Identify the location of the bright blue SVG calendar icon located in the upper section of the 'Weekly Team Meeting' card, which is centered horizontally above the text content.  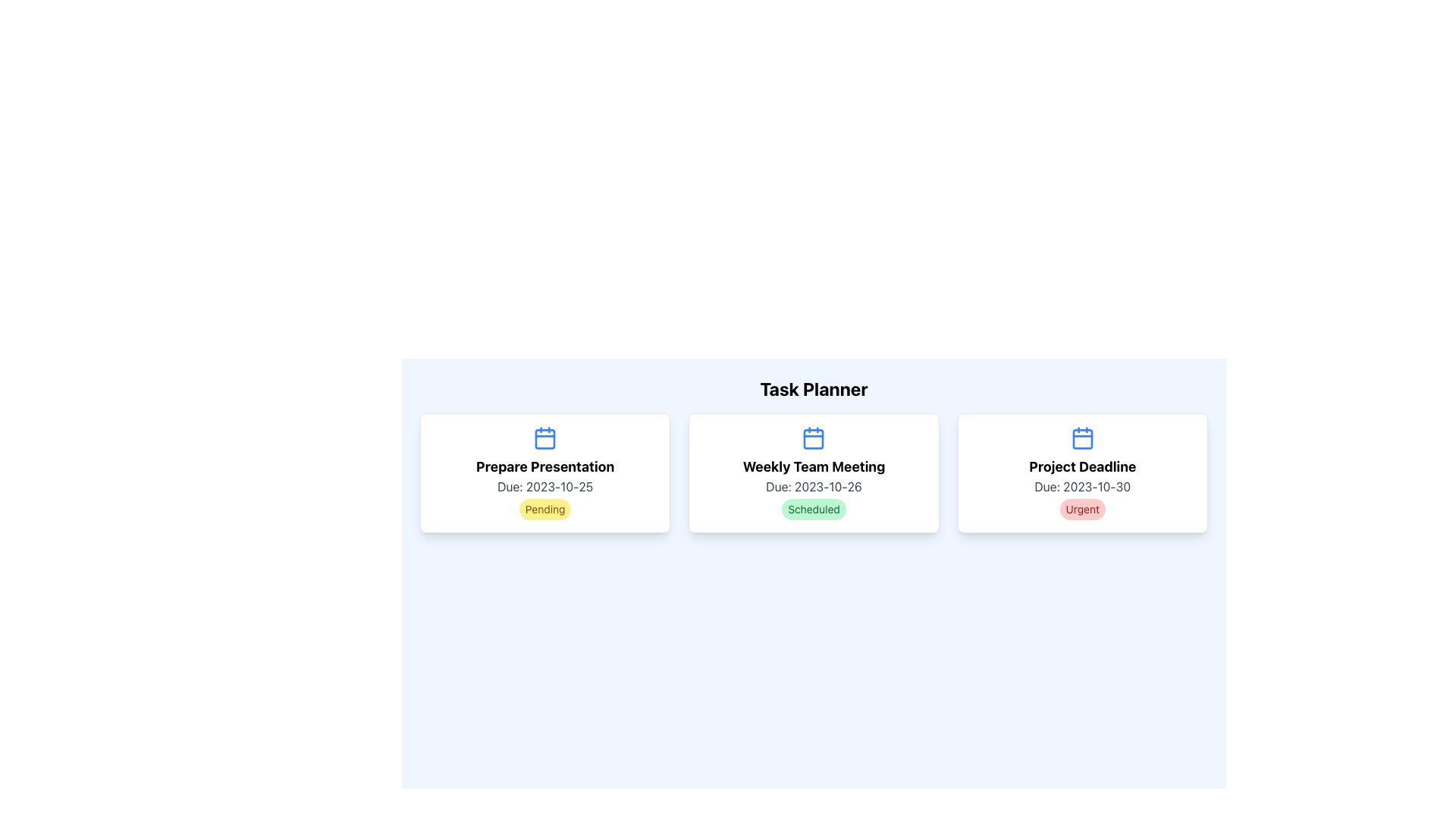
(813, 438).